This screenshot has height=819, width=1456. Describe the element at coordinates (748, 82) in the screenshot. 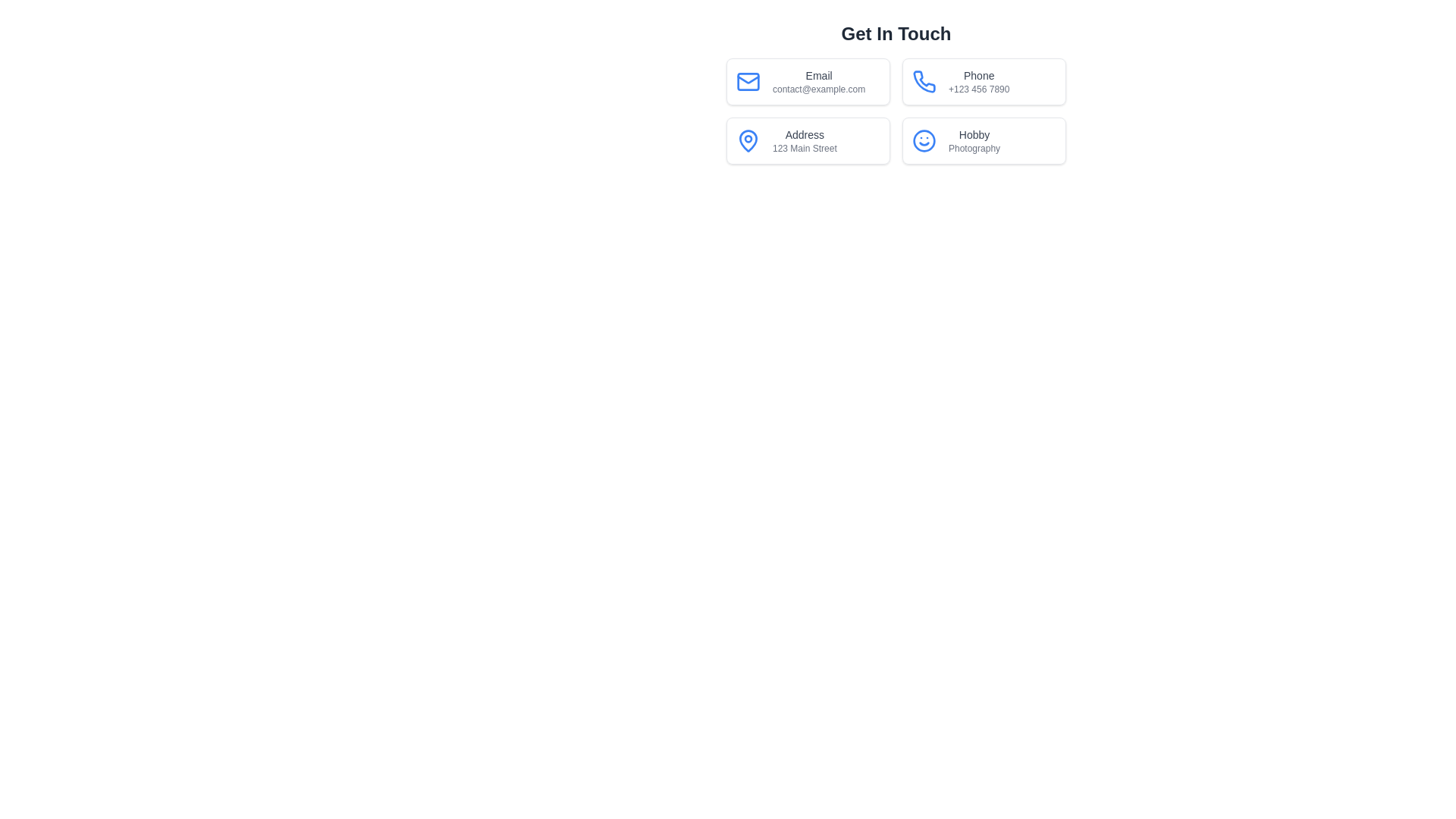

I see `the blue envelope icon located in the upper-left corner of the card labeled 'Email contact@example.com'` at that location.